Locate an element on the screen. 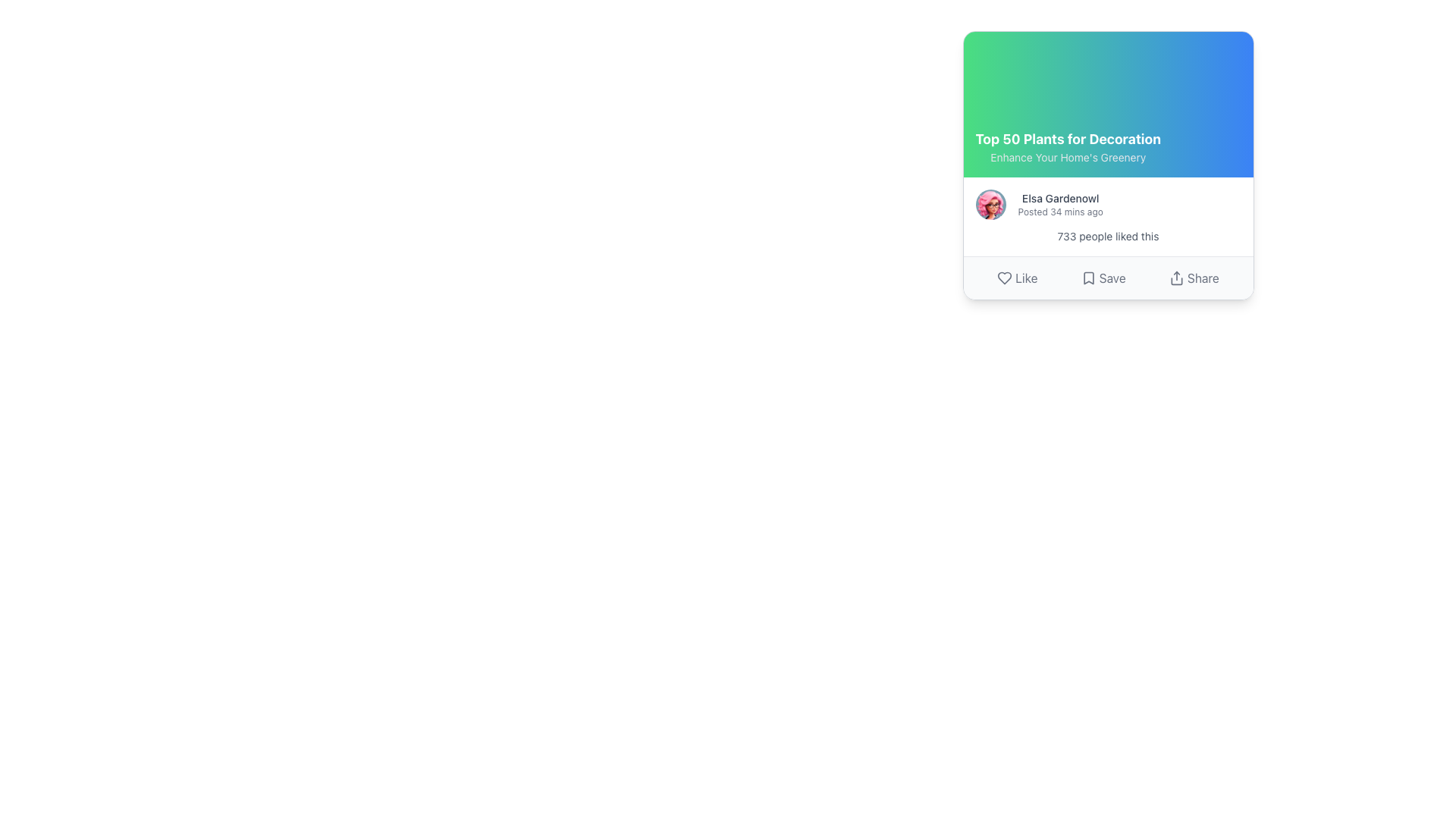 The width and height of the screenshot is (1456, 819). prominent bold text that says 'Top 50 Plants for Decoration' displayed at the top of the card-like interface with a gradient green-to-blue background is located at coordinates (1067, 140).